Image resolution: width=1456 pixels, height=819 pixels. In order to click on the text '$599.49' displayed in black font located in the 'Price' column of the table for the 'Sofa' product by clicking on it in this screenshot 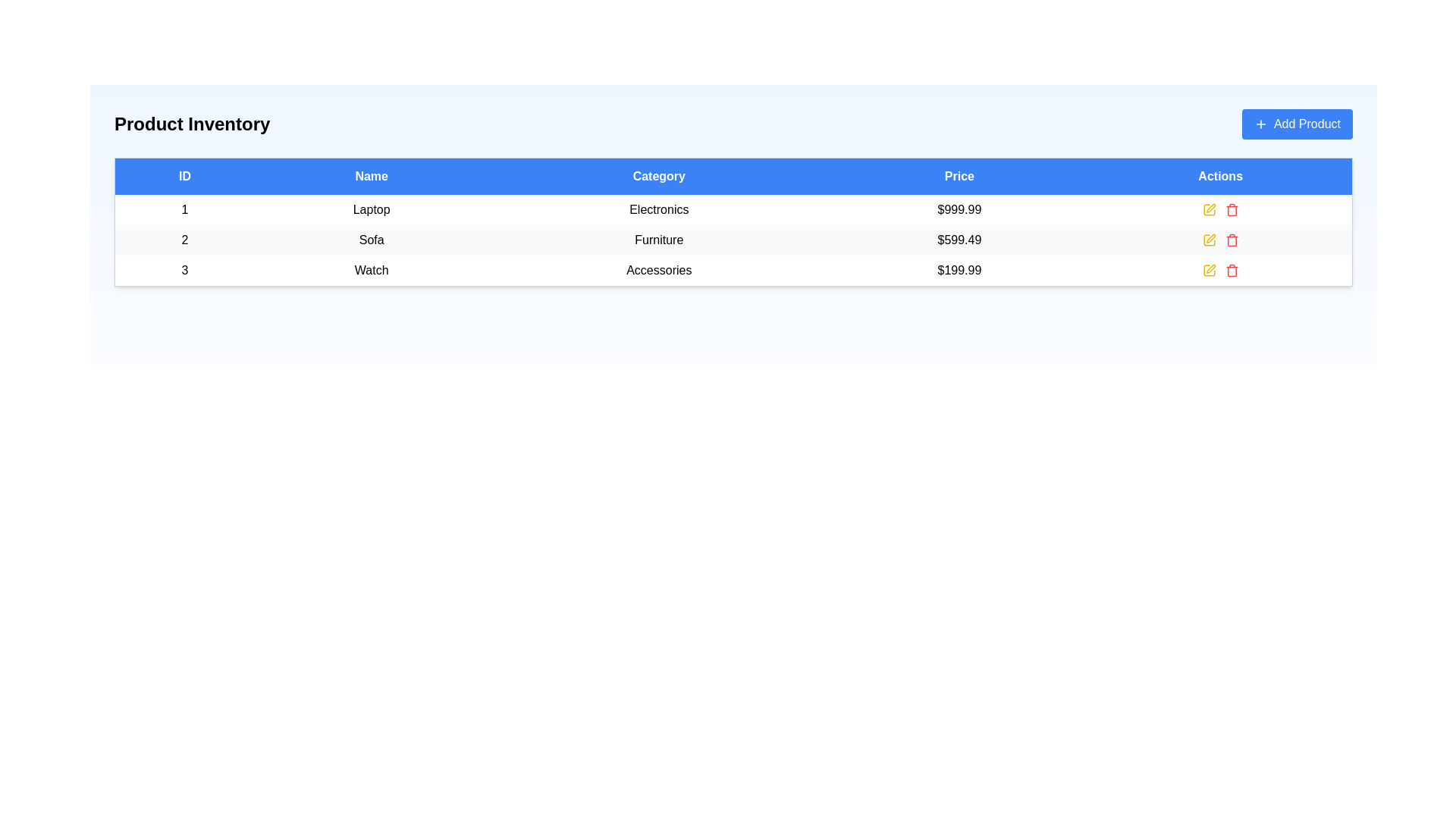, I will do `click(959, 239)`.